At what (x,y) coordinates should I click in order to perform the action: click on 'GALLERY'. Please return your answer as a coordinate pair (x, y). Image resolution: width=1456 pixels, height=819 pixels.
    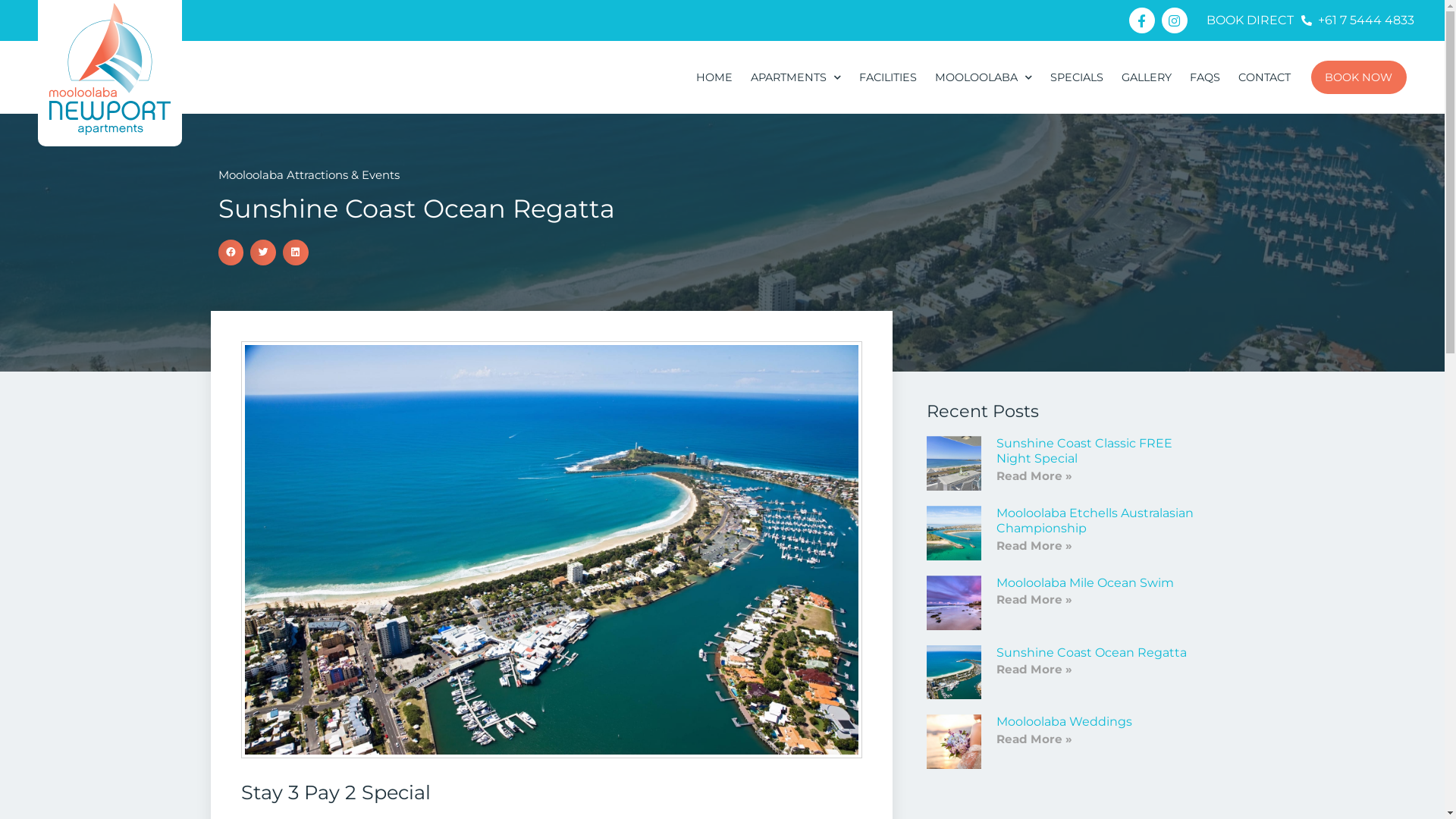
    Looking at the image, I should click on (1147, 77).